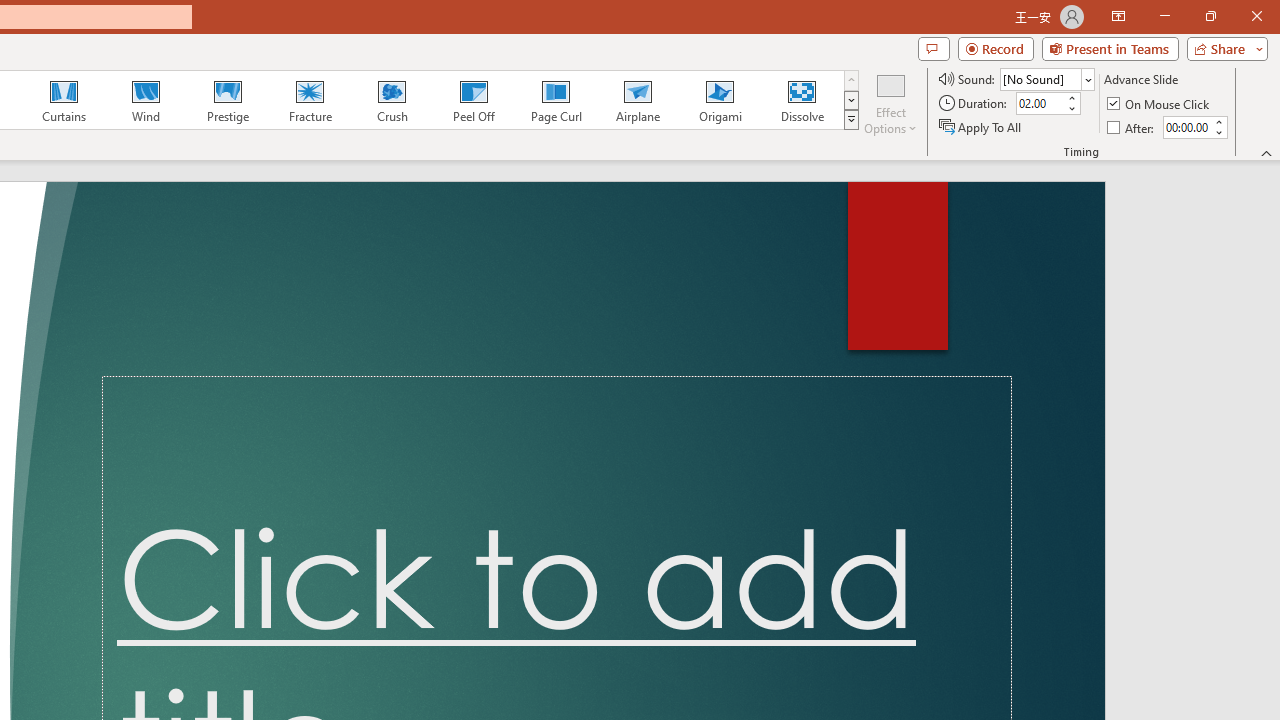 This screenshot has width=1280, height=720. What do you see at coordinates (391, 100) in the screenshot?
I see `'Crush'` at bounding box center [391, 100].